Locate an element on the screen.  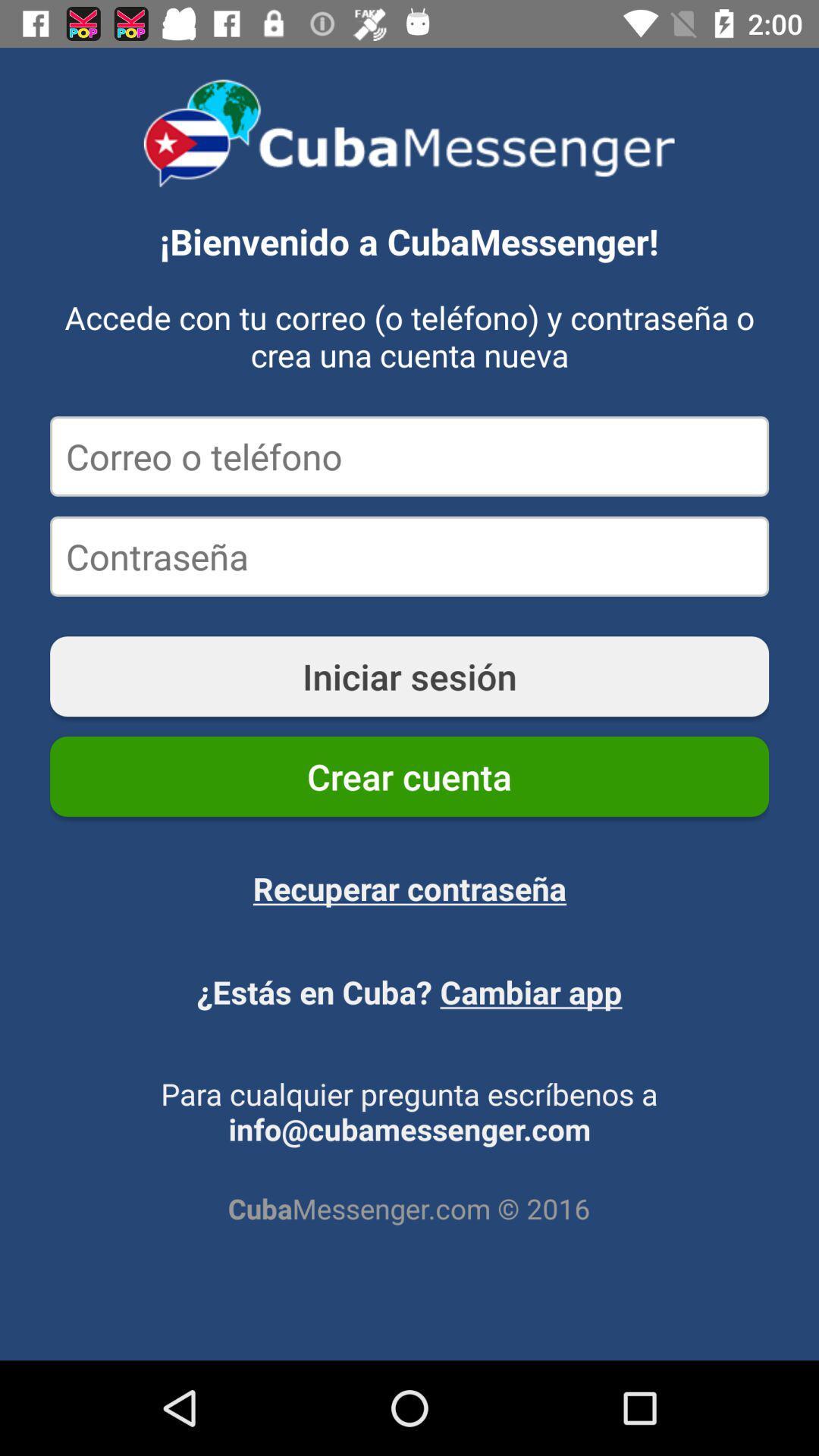
the item below crear cuenta icon is located at coordinates (409, 888).